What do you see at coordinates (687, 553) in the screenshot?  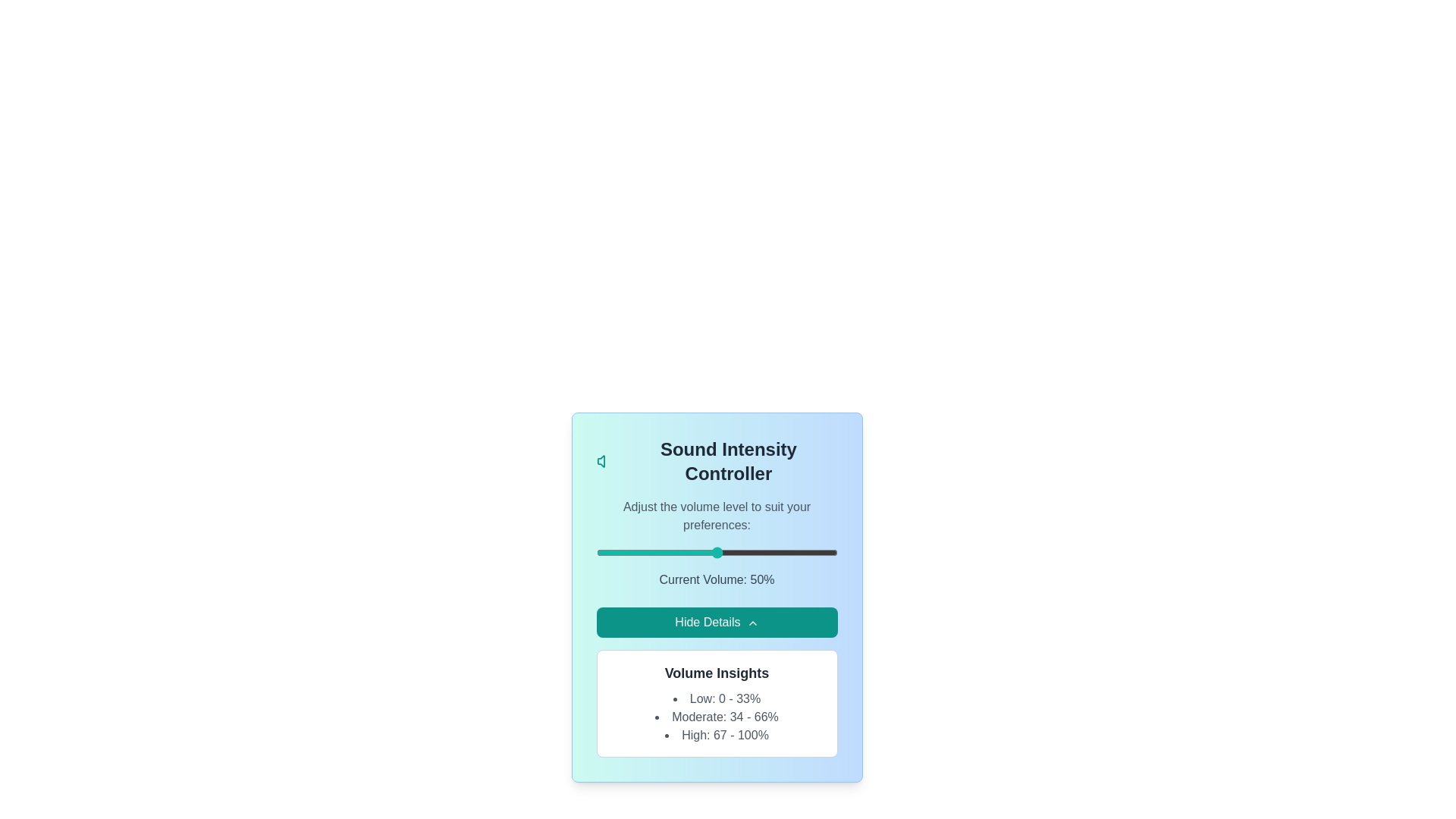 I see `the volume slider to set the audio intensity to 38%` at bounding box center [687, 553].